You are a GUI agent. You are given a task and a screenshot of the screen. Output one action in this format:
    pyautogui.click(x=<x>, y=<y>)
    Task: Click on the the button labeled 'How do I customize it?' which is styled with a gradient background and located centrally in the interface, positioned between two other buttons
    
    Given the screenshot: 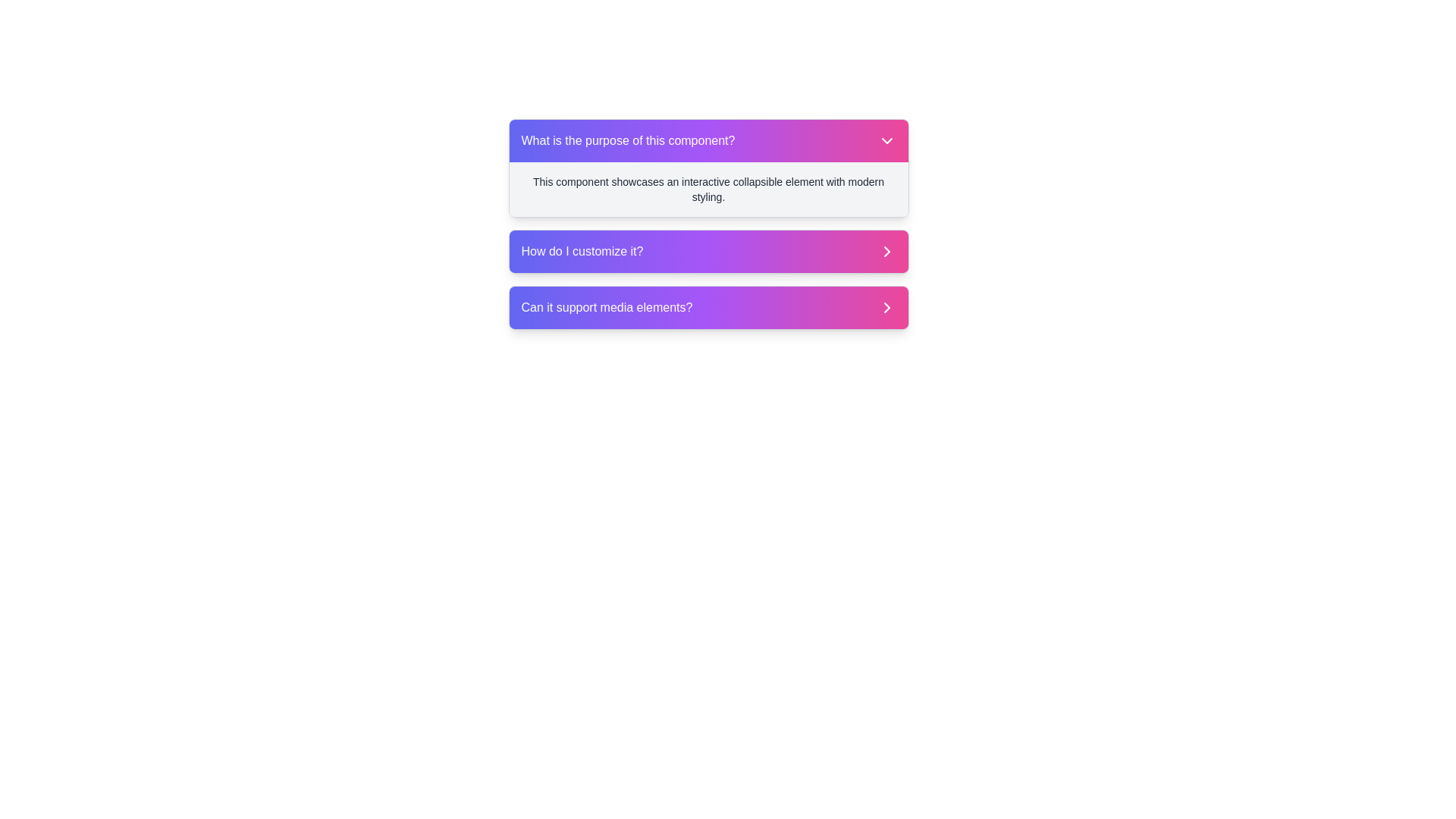 What is the action you would take?
    pyautogui.click(x=708, y=250)
    